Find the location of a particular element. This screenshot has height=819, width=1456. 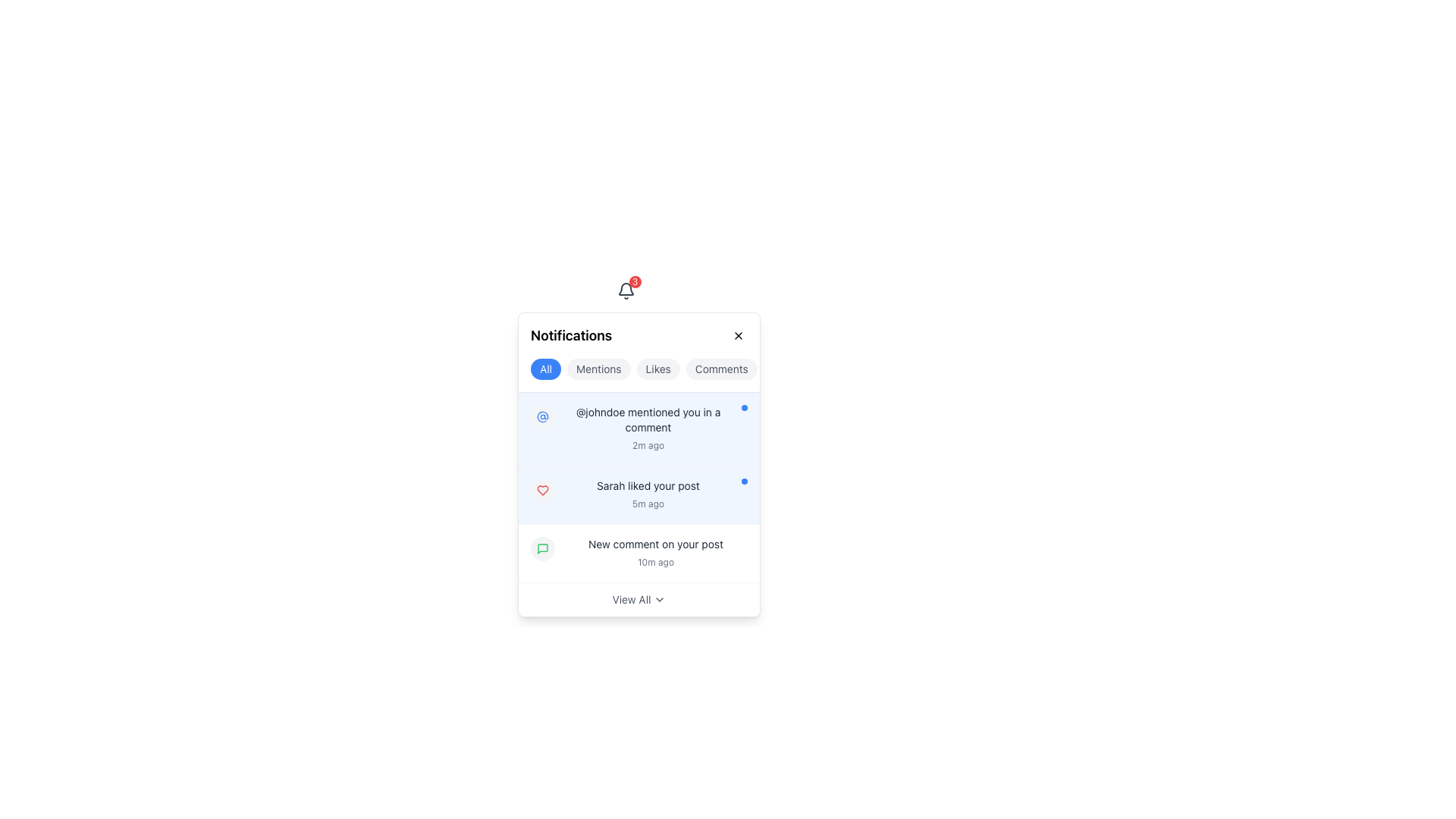

the second notification in the vertical notification list, which contains a red heart icon and the message 'Sarah liked your post' is located at coordinates (639, 494).